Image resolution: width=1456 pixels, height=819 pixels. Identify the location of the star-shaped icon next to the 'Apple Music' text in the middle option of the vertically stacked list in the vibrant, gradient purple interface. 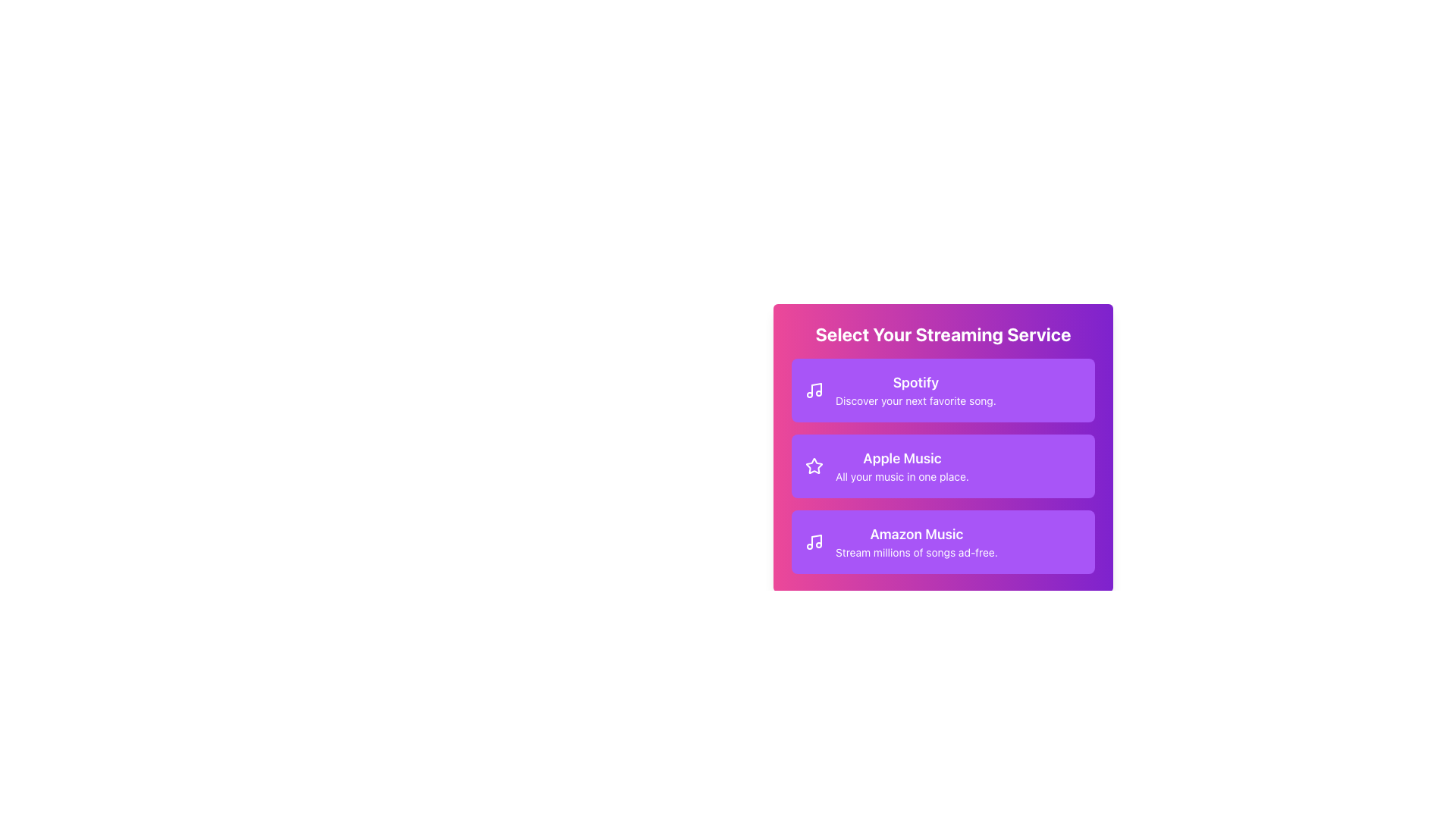
(814, 465).